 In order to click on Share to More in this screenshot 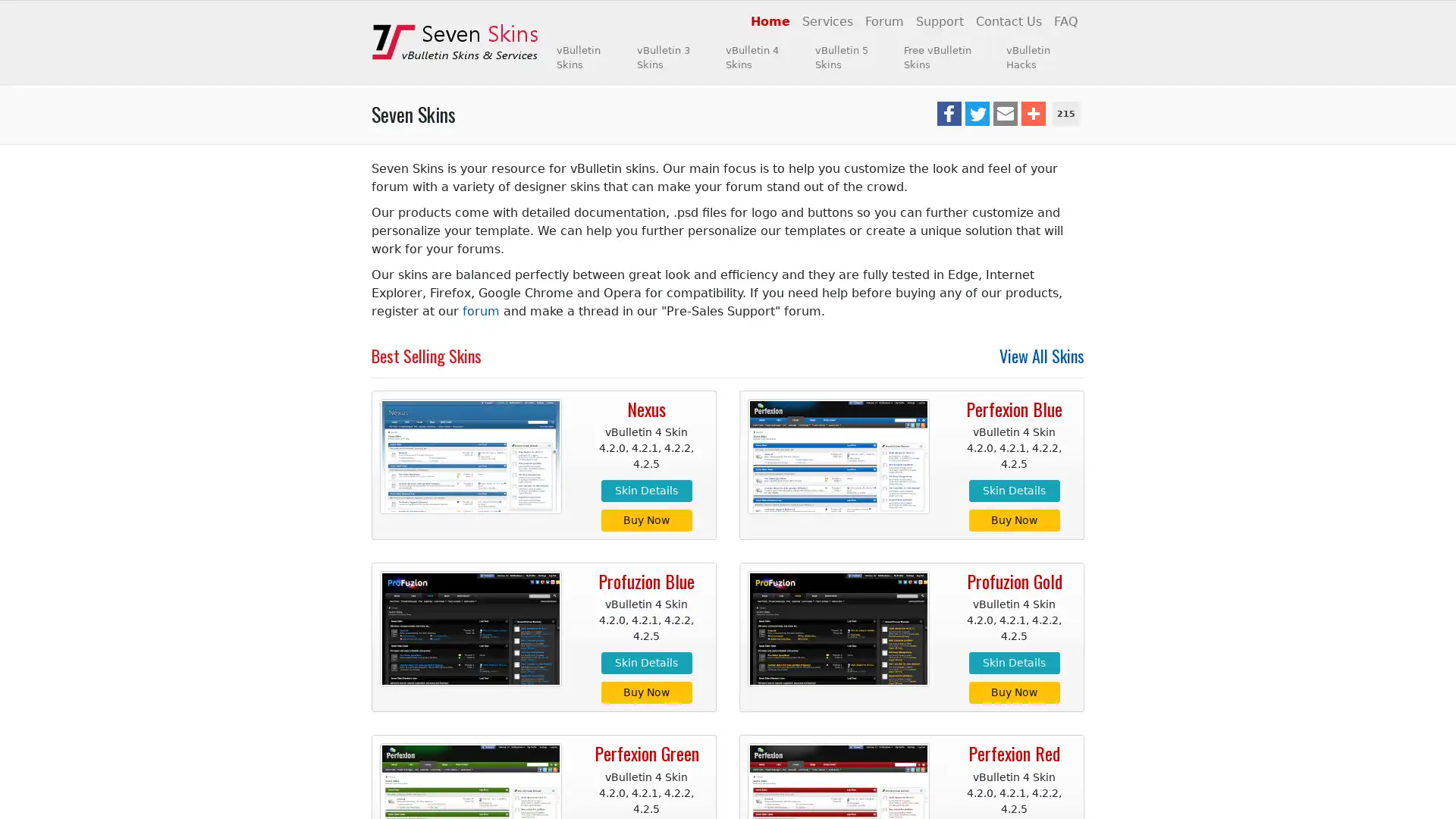, I will do `click(1032, 113)`.